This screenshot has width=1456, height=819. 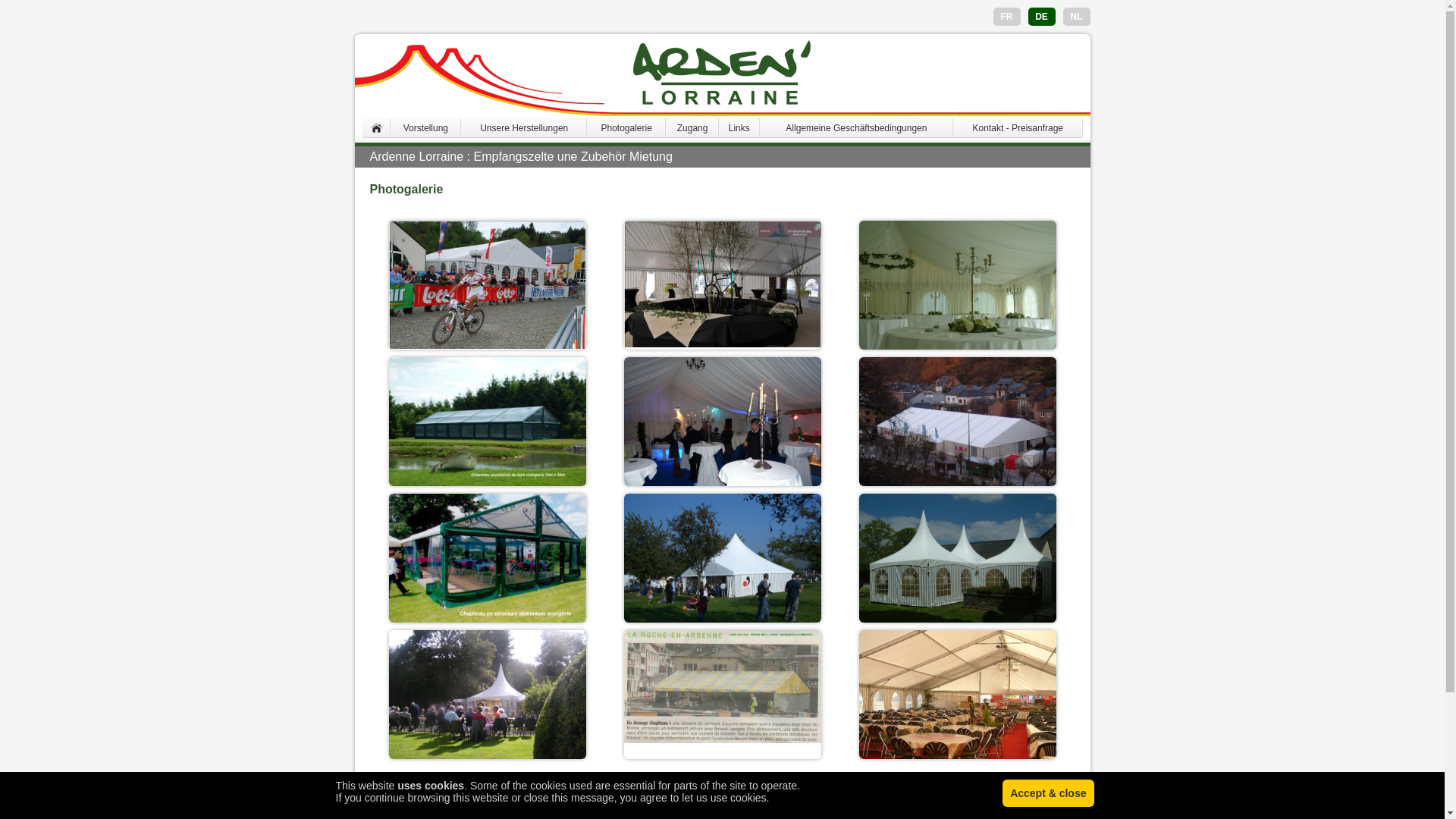 I want to click on 'Accept & close', so click(x=1002, y=792).